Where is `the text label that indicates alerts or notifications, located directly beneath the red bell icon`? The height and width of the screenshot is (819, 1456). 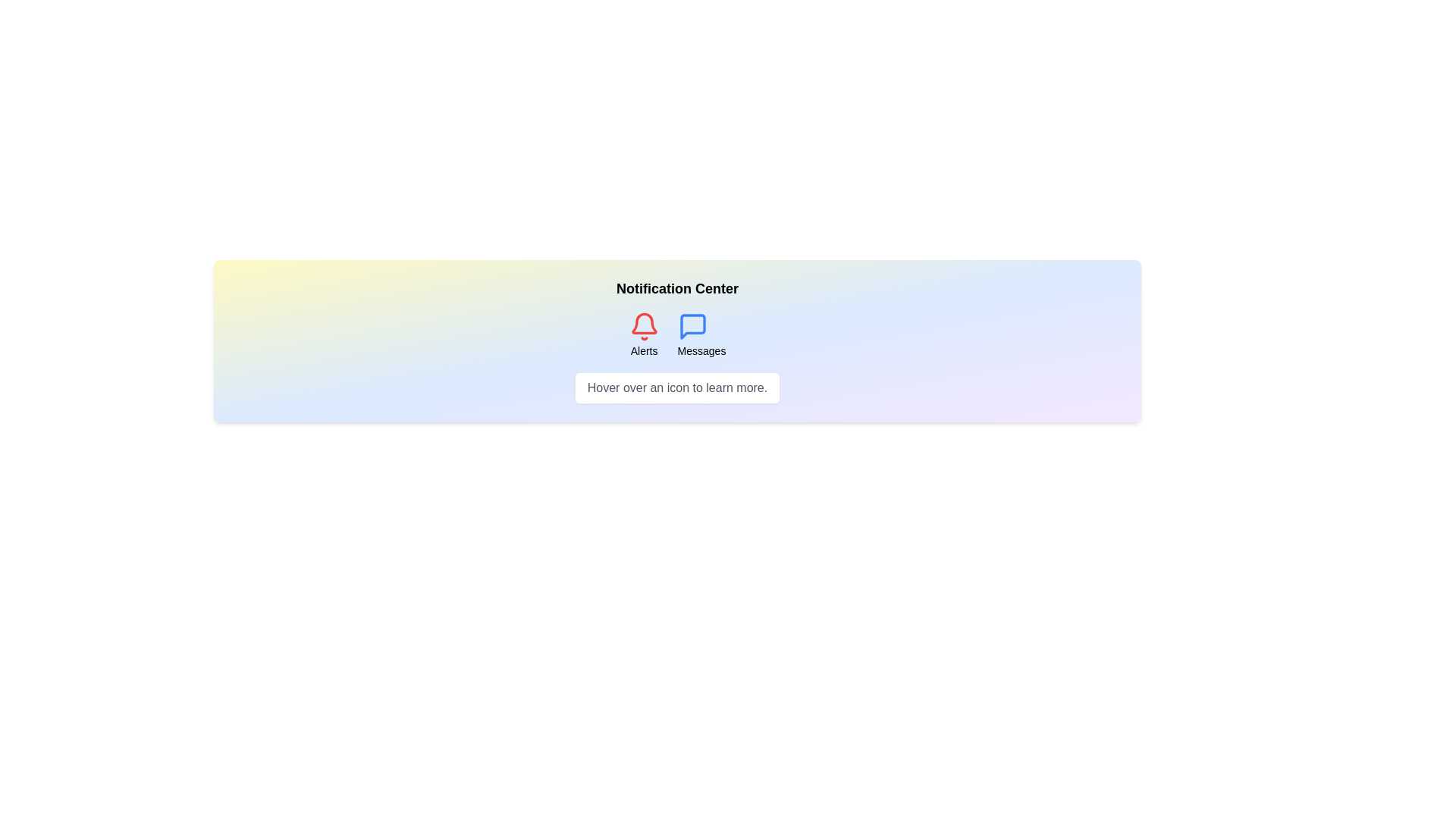 the text label that indicates alerts or notifications, located directly beneath the red bell icon is located at coordinates (644, 350).